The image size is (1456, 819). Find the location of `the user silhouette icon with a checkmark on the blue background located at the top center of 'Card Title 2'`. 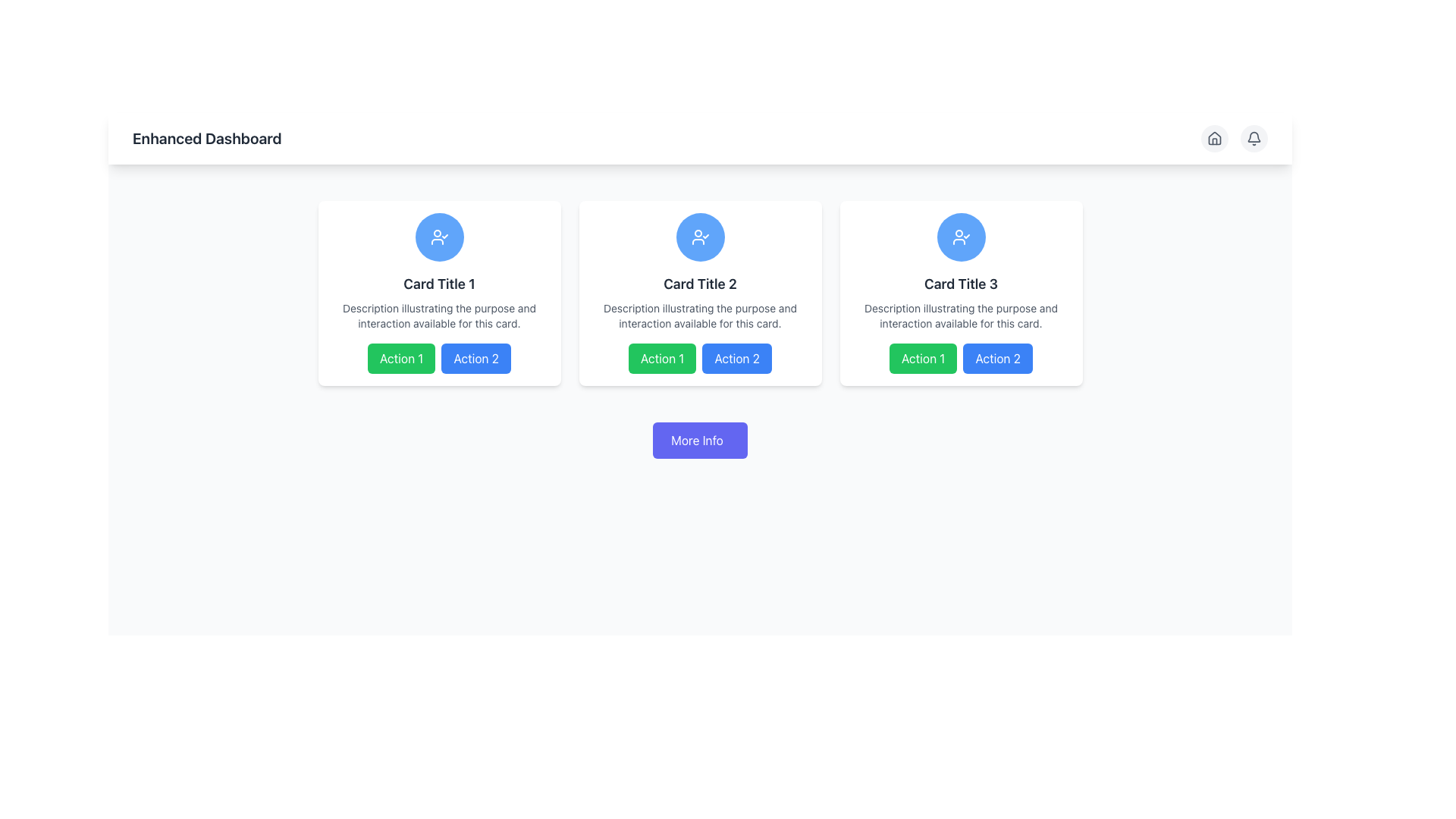

the user silhouette icon with a checkmark on the blue background located at the top center of 'Card Title 2' is located at coordinates (960, 237).